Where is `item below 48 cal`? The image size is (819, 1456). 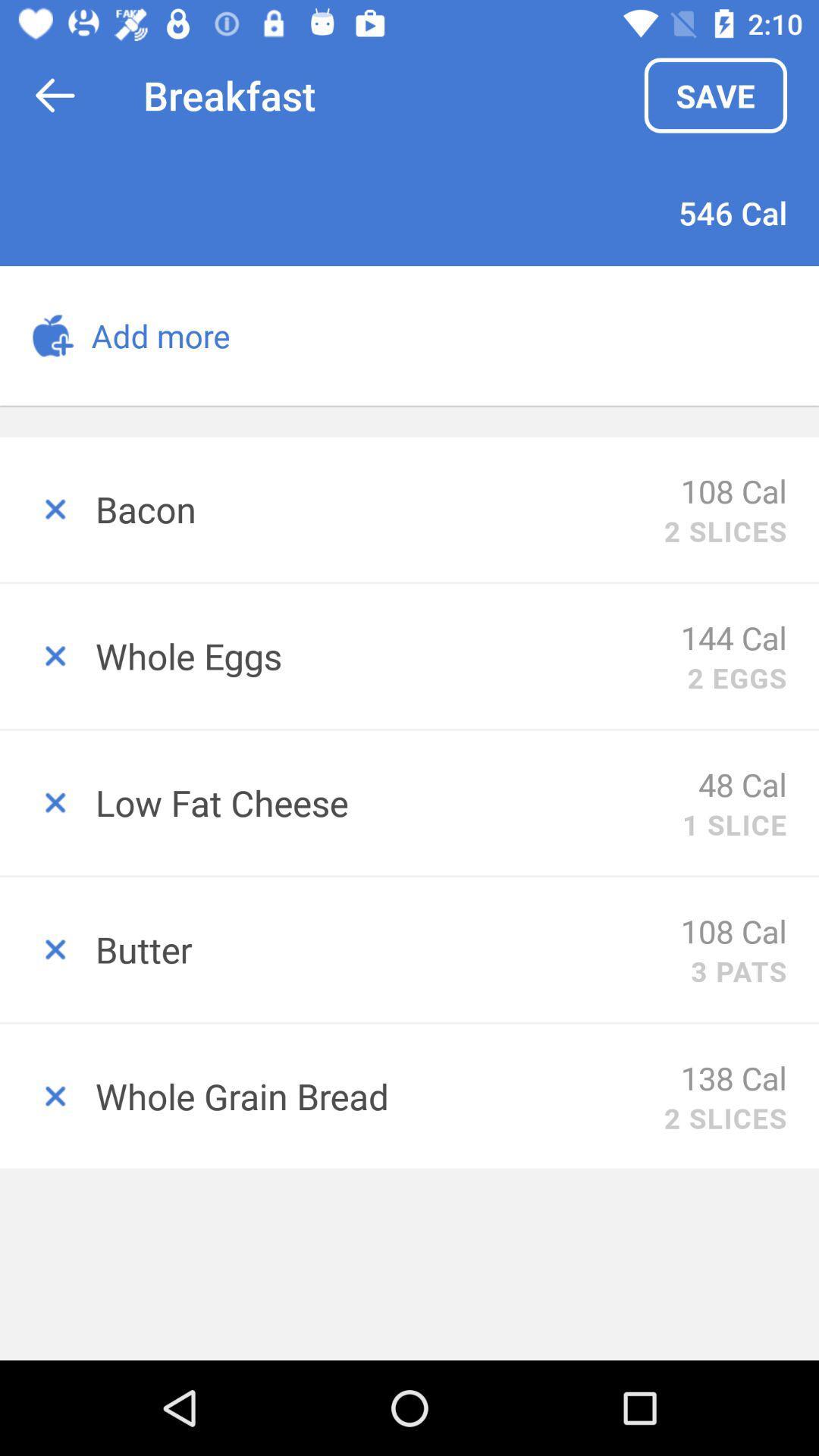 item below 48 cal is located at coordinates (733, 824).